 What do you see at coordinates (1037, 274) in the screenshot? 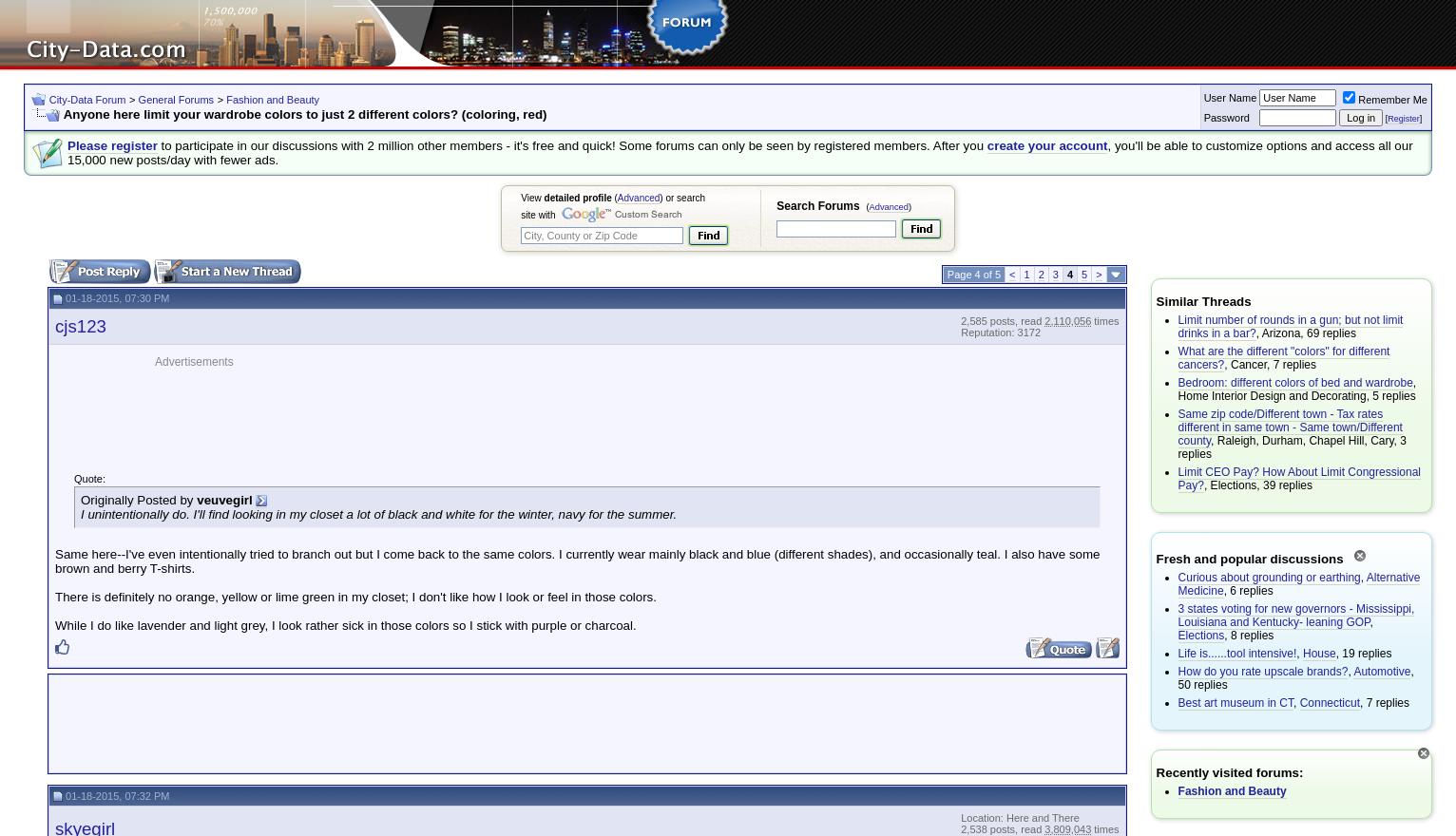
I see `'2'` at bounding box center [1037, 274].